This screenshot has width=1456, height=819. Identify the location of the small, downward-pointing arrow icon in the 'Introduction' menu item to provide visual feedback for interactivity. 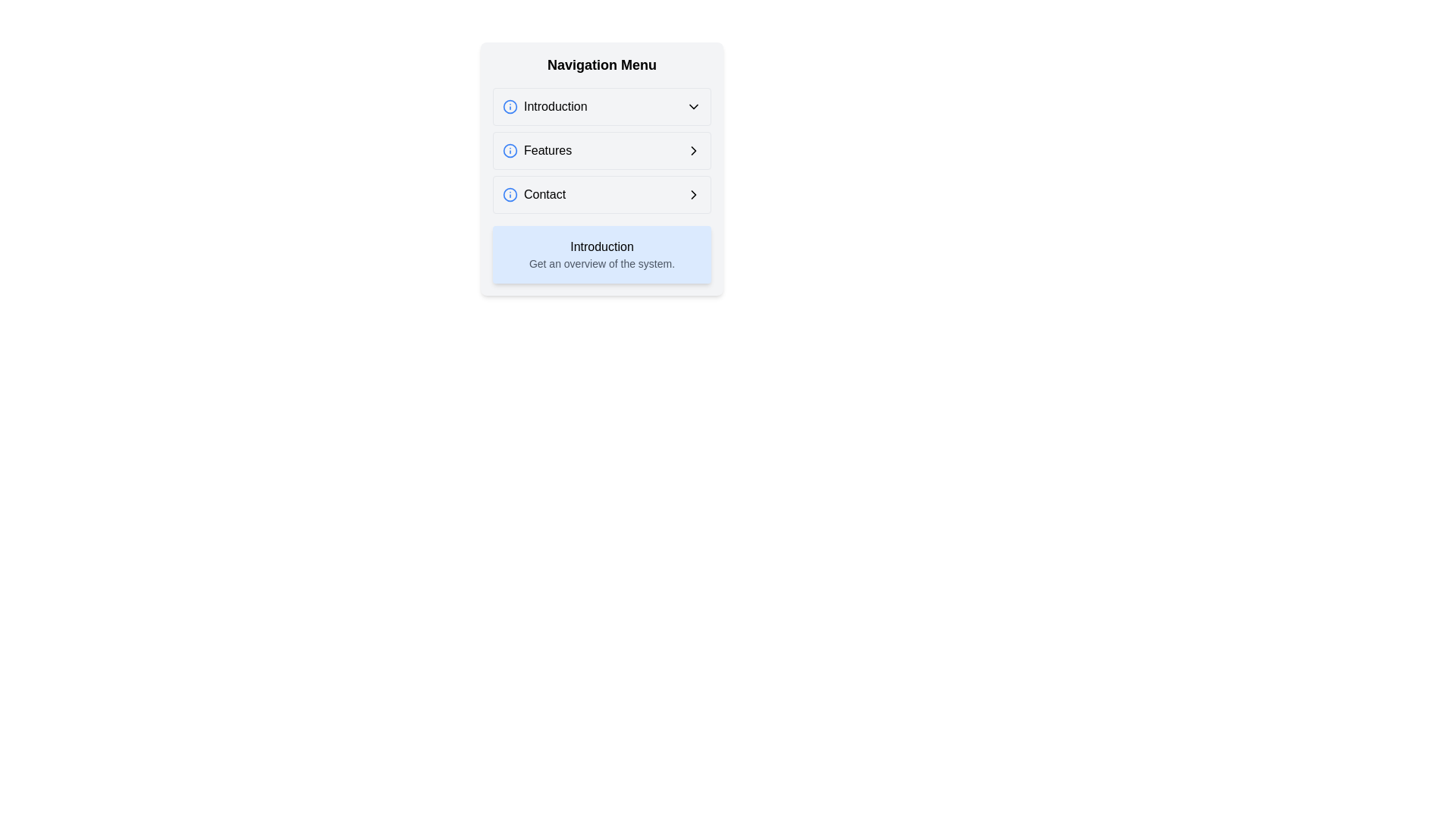
(693, 106).